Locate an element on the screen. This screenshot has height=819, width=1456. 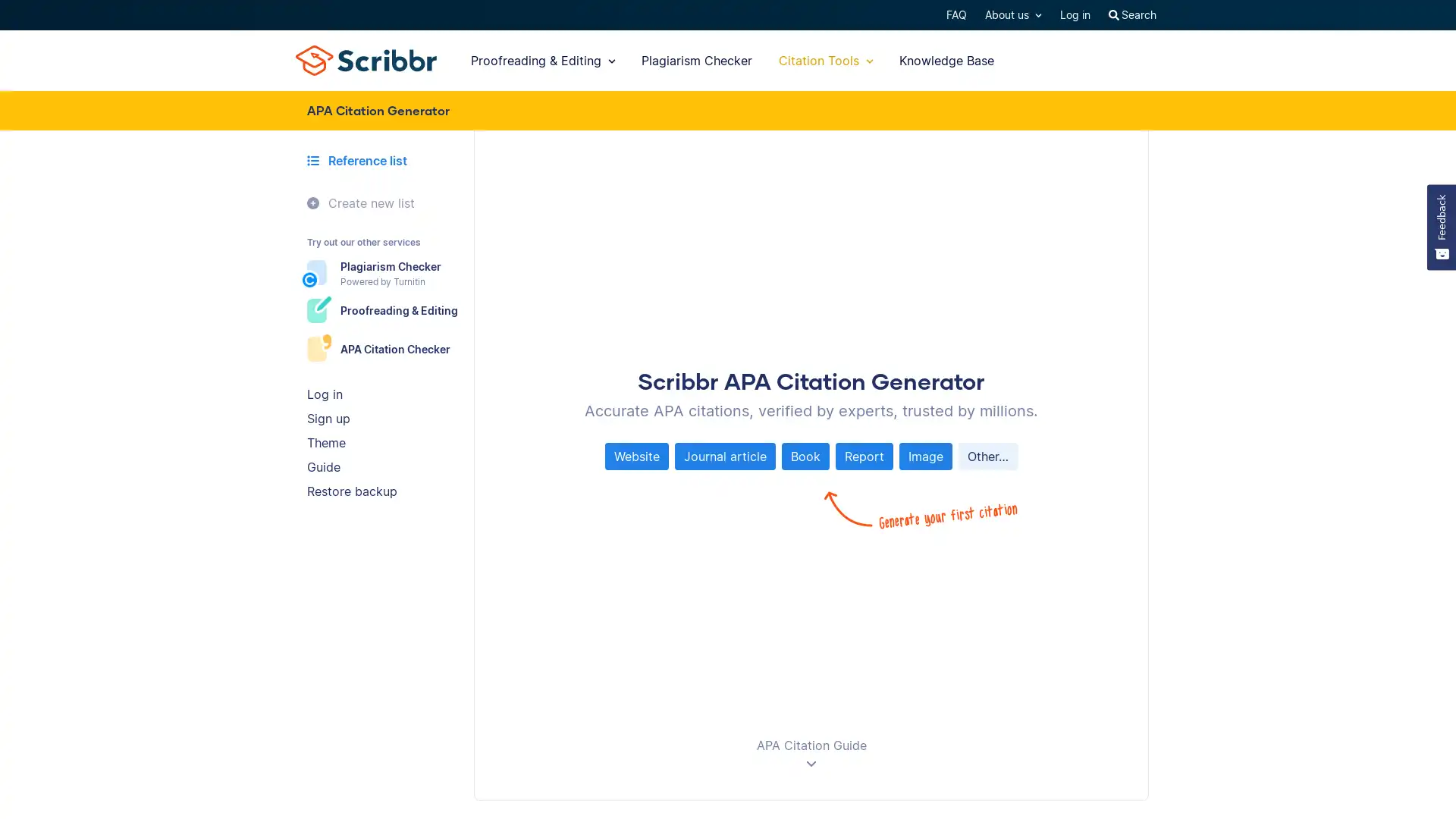
Theme is located at coordinates (385, 441).